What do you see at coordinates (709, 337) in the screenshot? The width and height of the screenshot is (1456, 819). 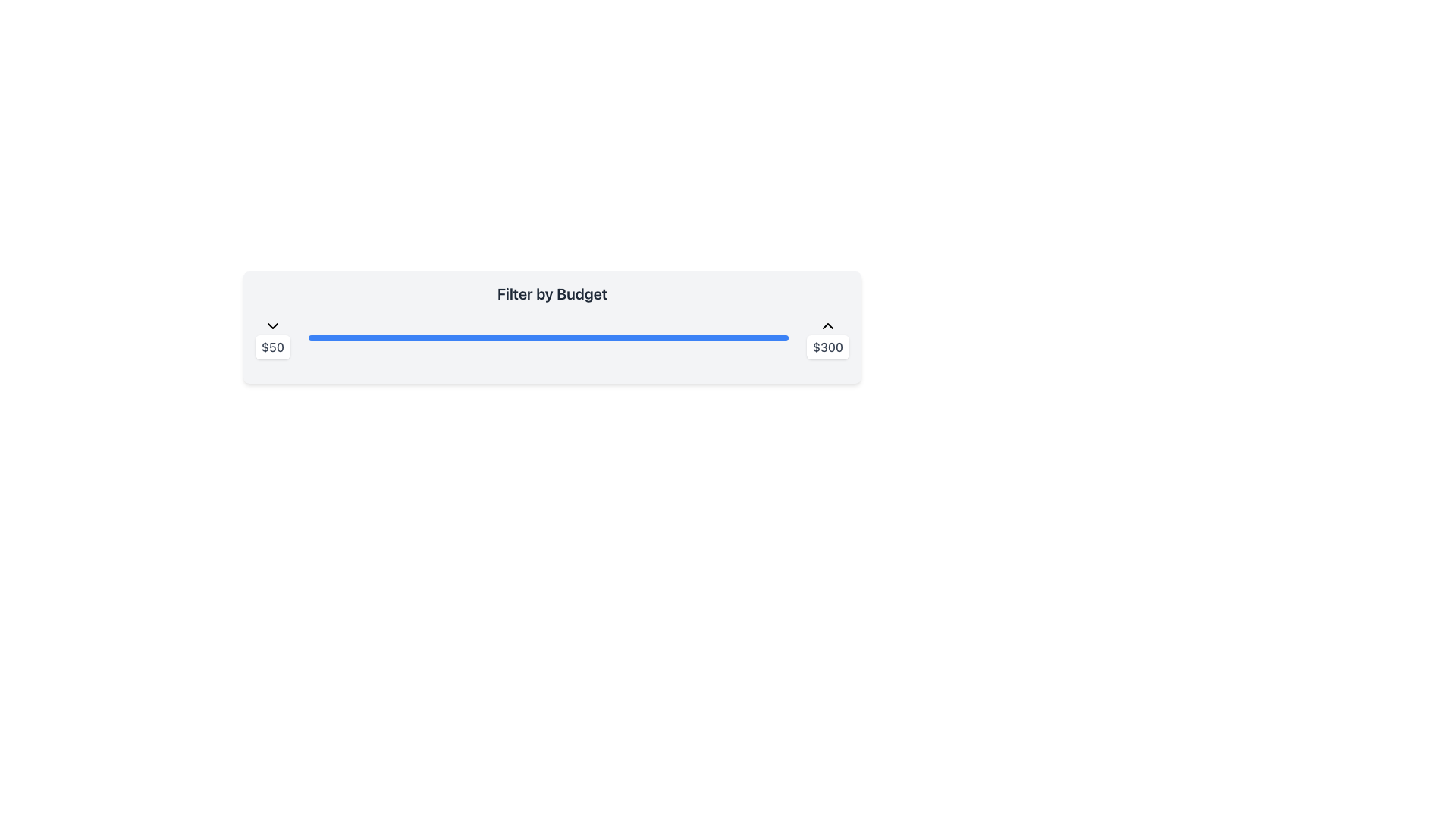 I see `the slider value` at bounding box center [709, 337].